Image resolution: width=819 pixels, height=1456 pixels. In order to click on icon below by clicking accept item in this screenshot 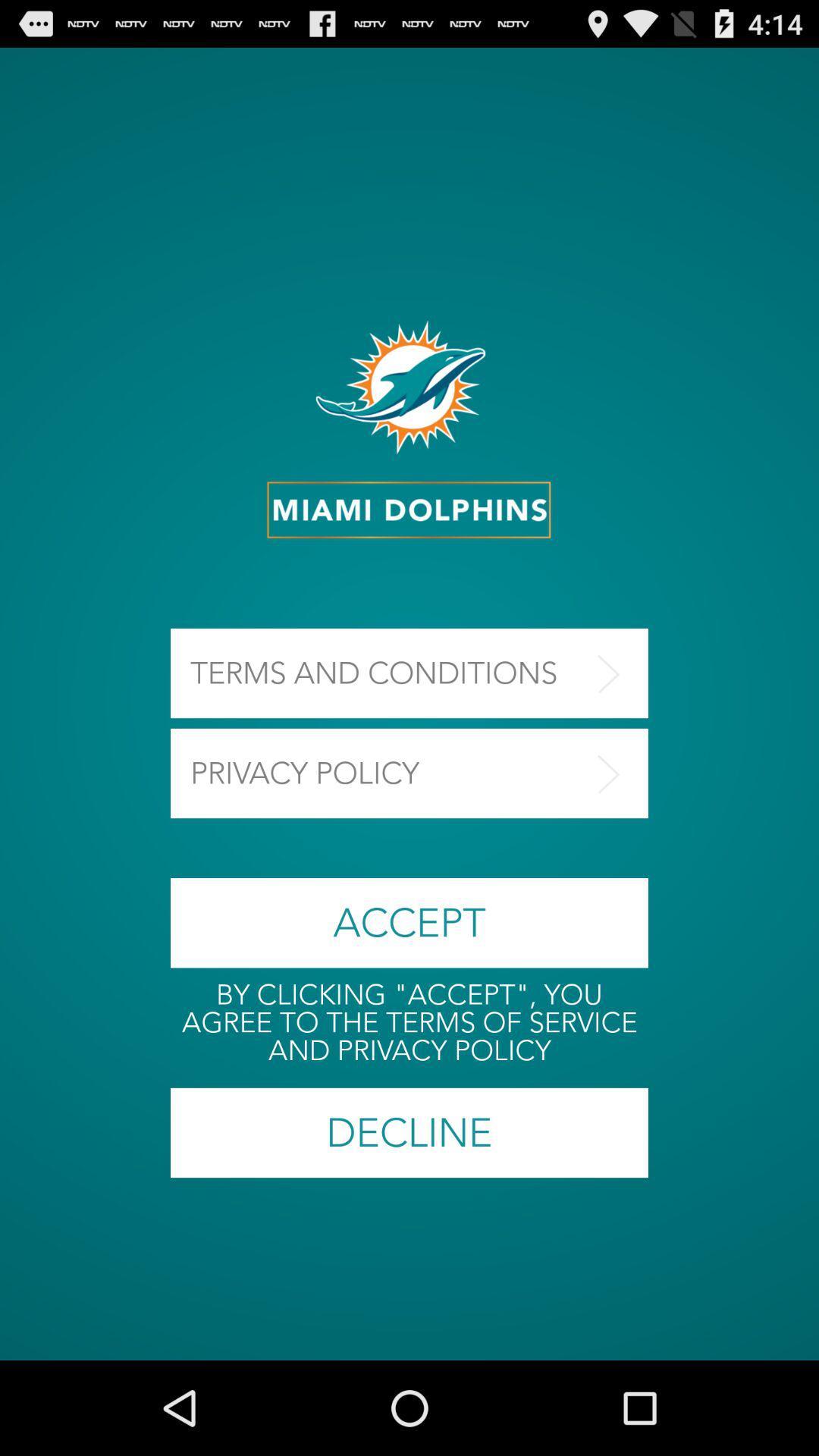, I will do `click(409, 1132)`.